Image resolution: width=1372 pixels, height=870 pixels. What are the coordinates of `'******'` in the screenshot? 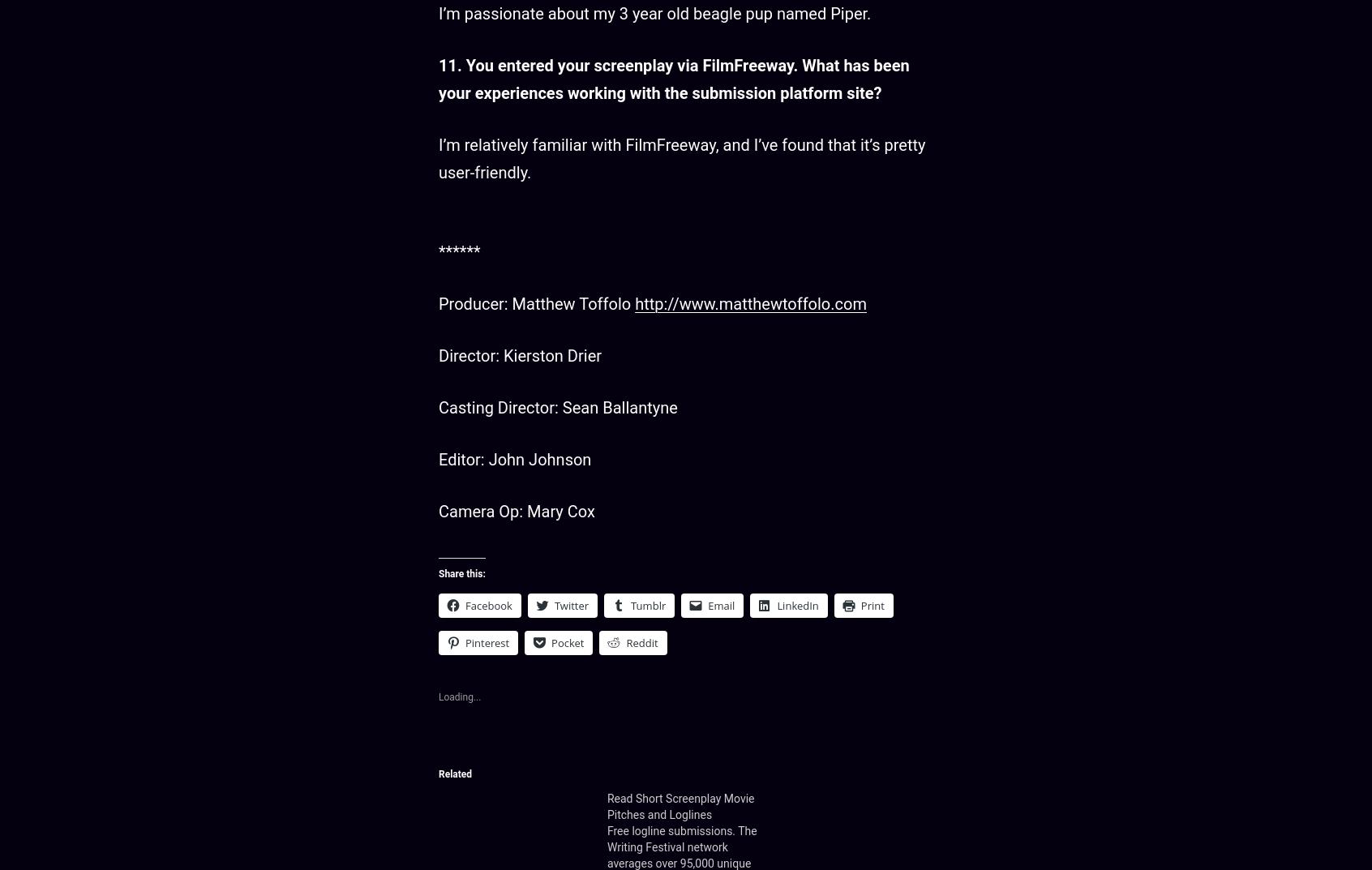 It's located at (438, 251).